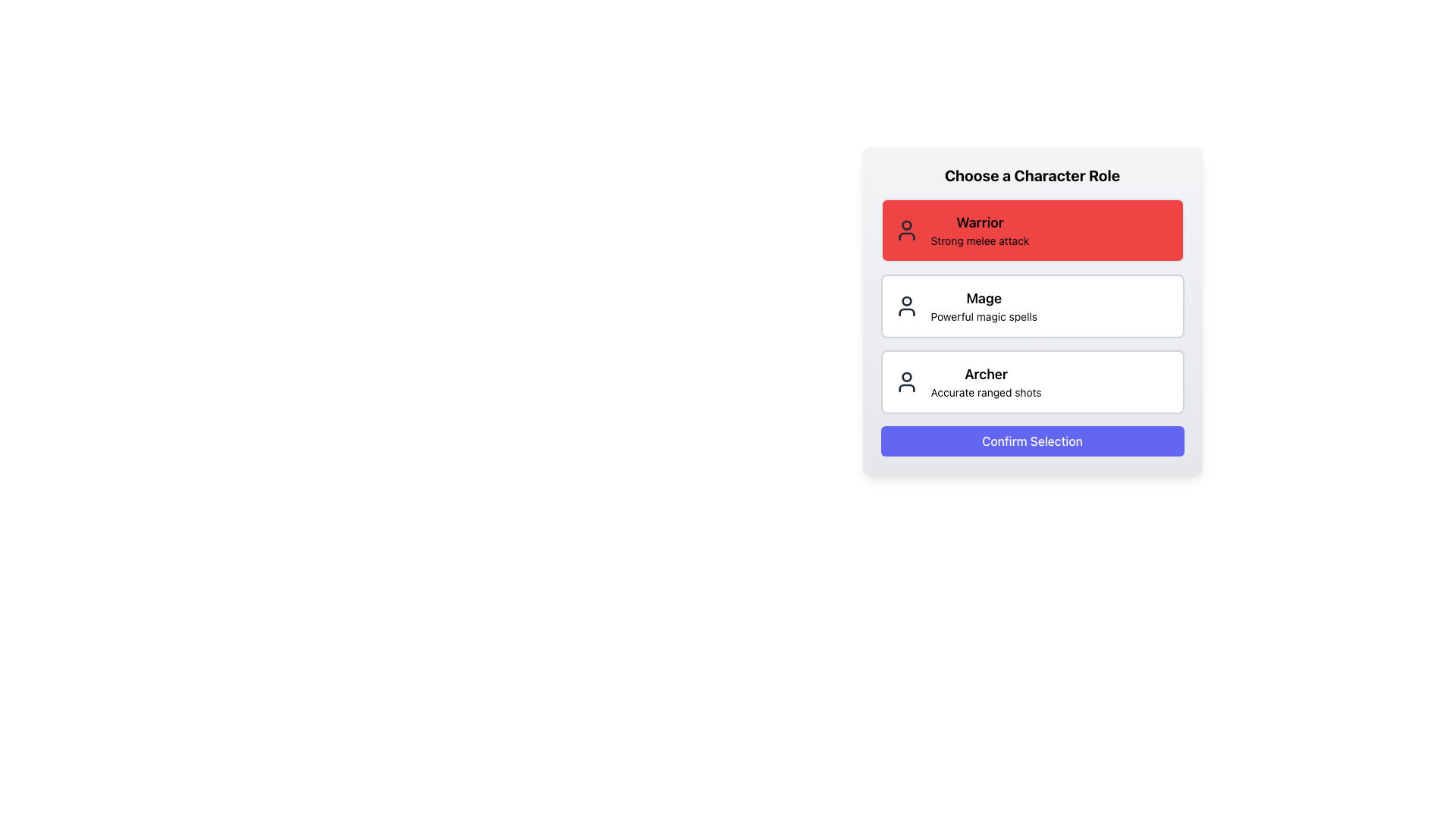 Image resolution: width=1456 pixels, height=819 pixels. What do you see at coordinates (984, 298) in the screenshot?
I see `text element labeled 'Mage', which identifies the second character role option in the selection list` at bounding box center [984, 298].